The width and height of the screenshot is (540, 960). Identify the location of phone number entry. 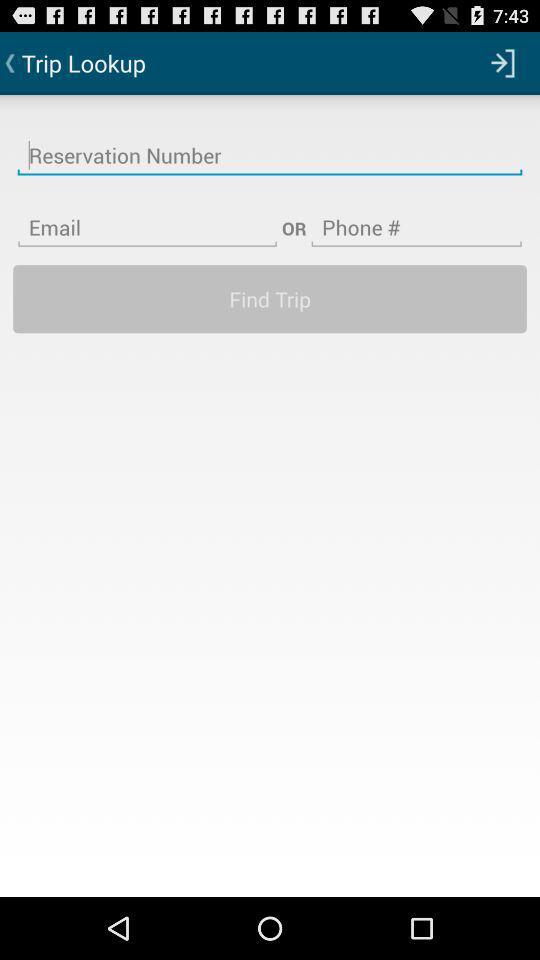
(415, 215).